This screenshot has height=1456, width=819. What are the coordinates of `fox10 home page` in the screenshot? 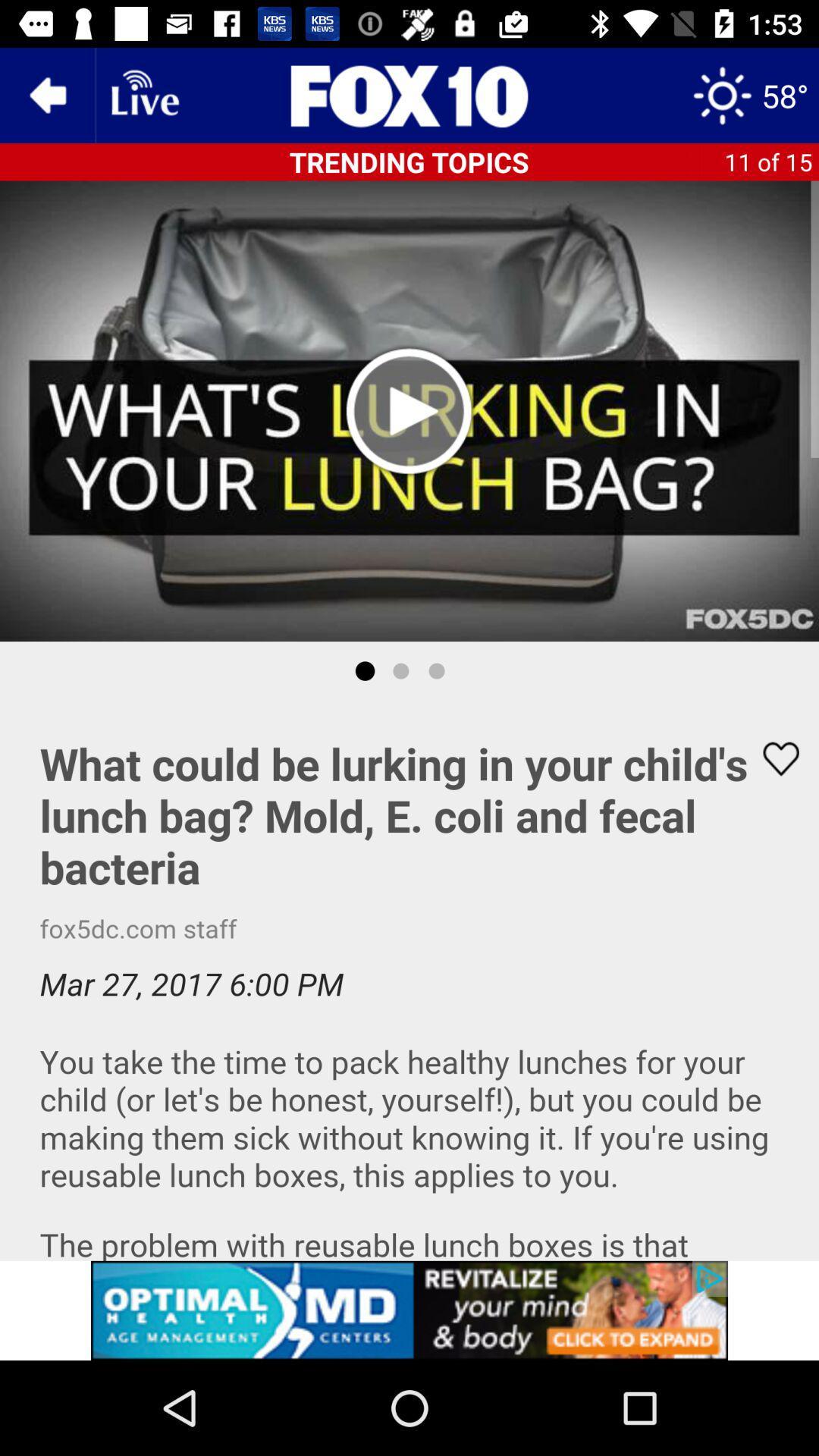 It's located at (409, 94).